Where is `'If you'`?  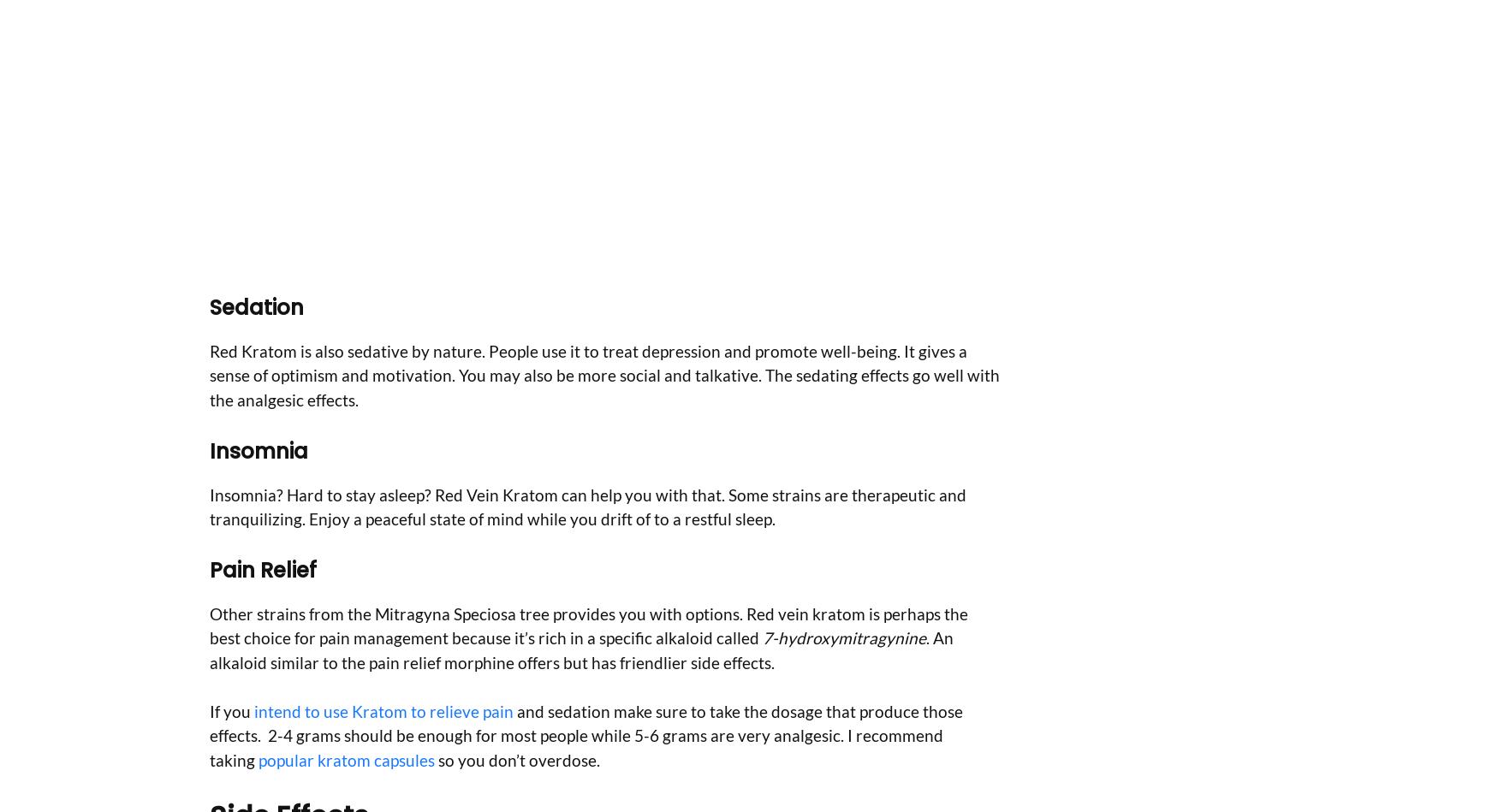
'If you' is located at coordinates (210, 709).